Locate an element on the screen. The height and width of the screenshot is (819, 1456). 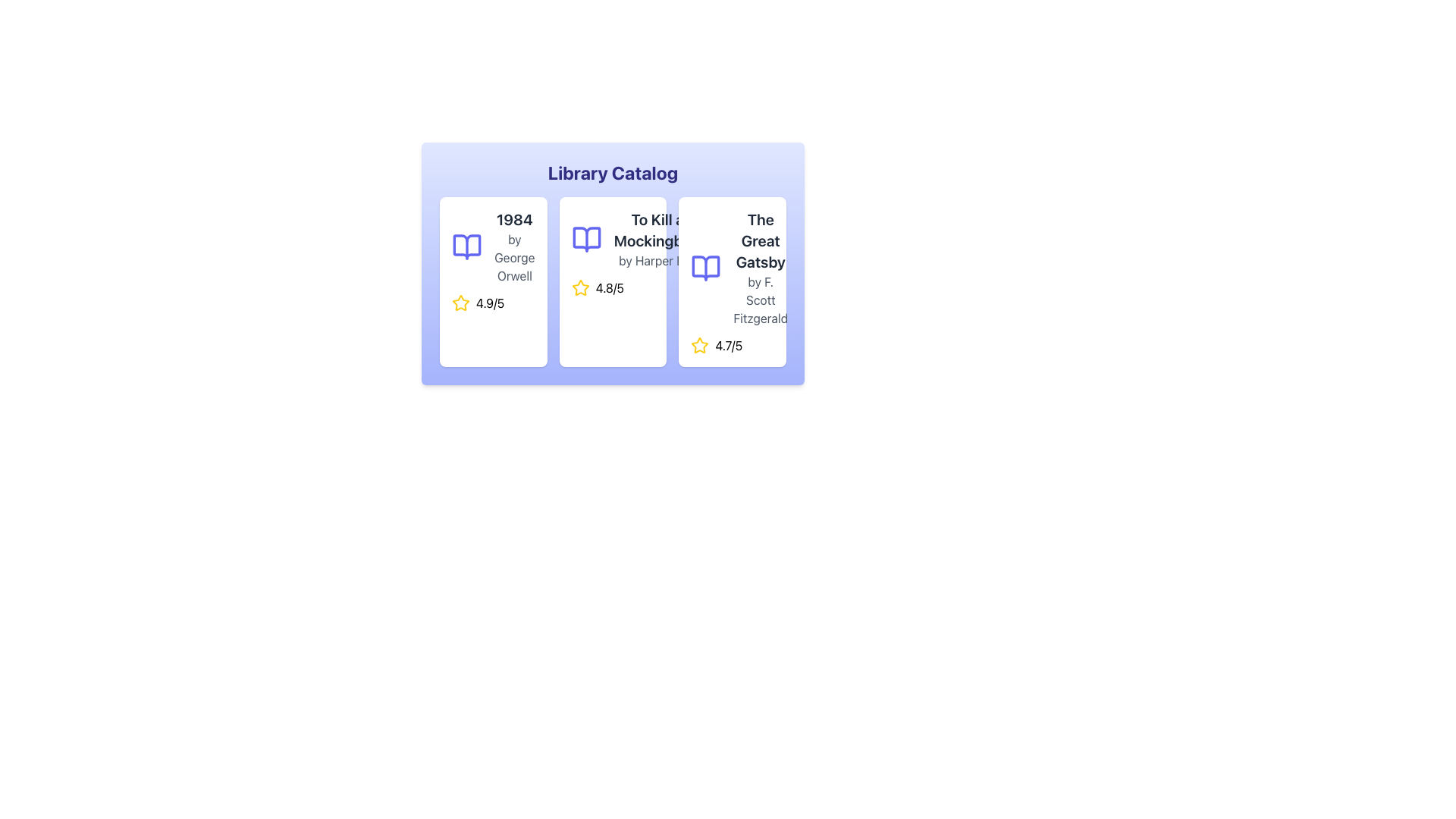
the blue book icon representing 'The Great Gatsby' by F. Scott Fitzgerald, which is located to the left of the title text is located at coordinates (705, 268).